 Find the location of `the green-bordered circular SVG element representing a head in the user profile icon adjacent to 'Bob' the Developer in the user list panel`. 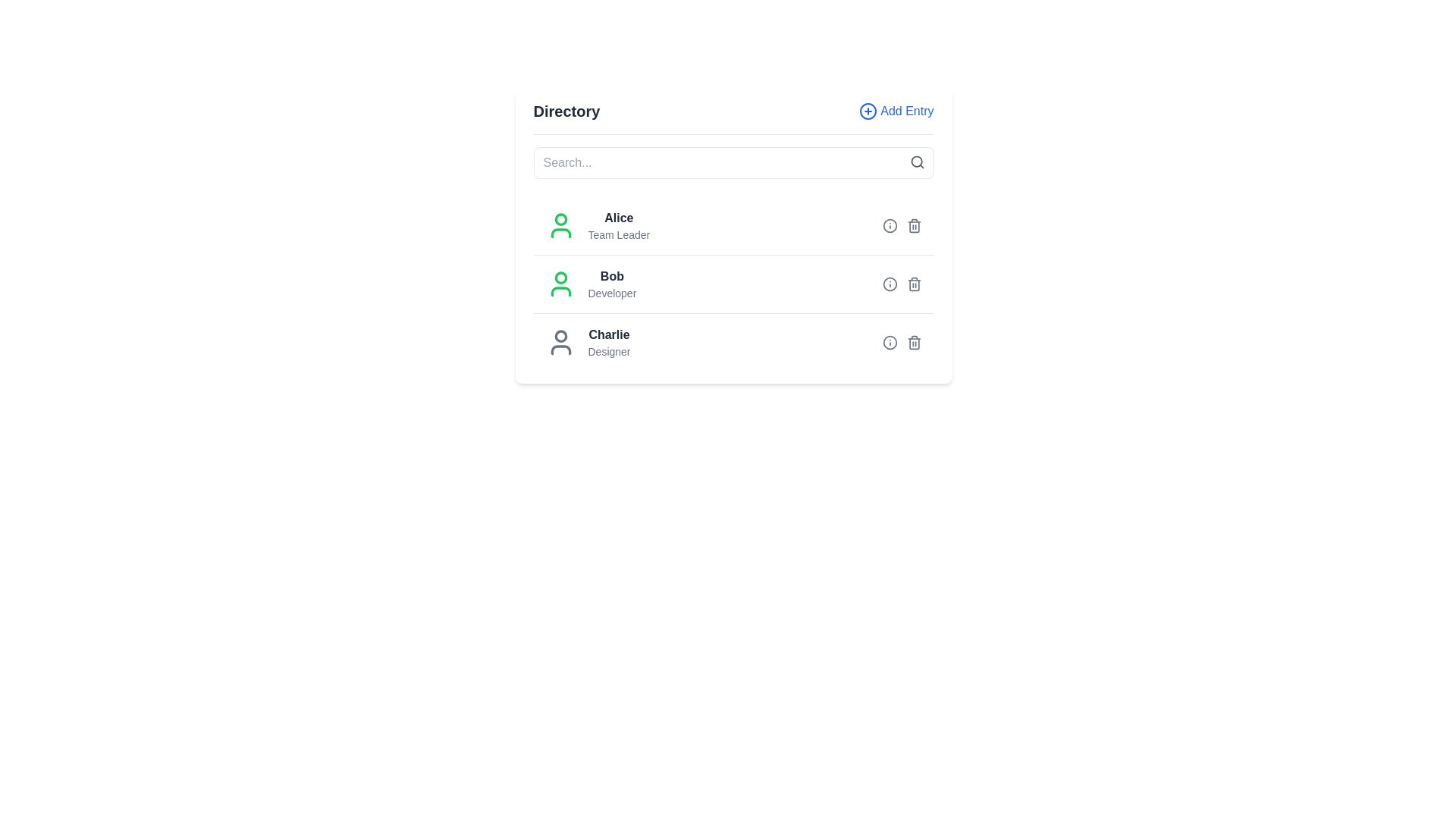

the green-bordered circular SVG element representing a head in the user profile icon adjacent to 'Bob' the Developer in the user list panel is located at coordinates (560, 278).